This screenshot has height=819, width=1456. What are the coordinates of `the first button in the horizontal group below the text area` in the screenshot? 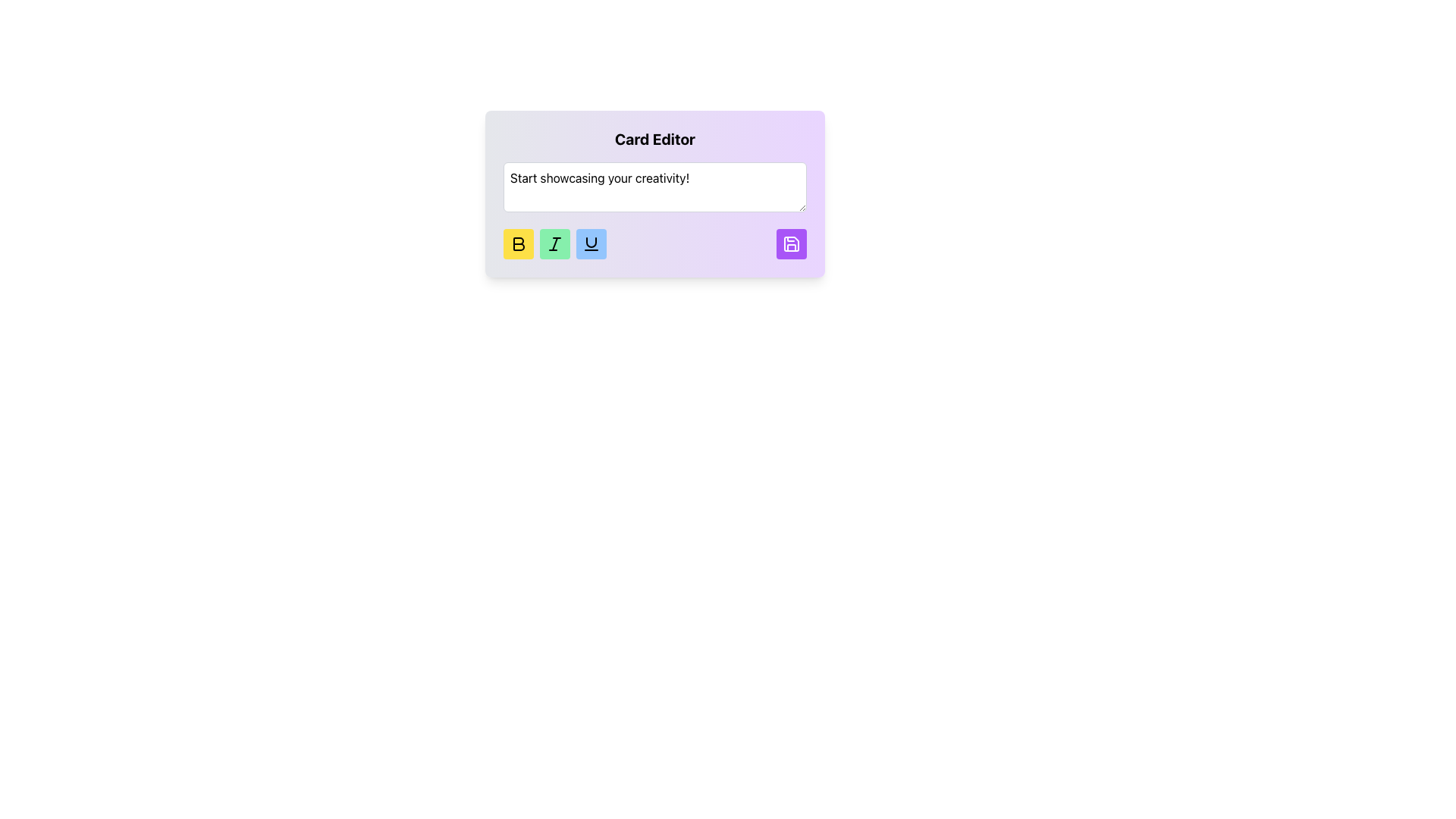 It's located at (519, 243).